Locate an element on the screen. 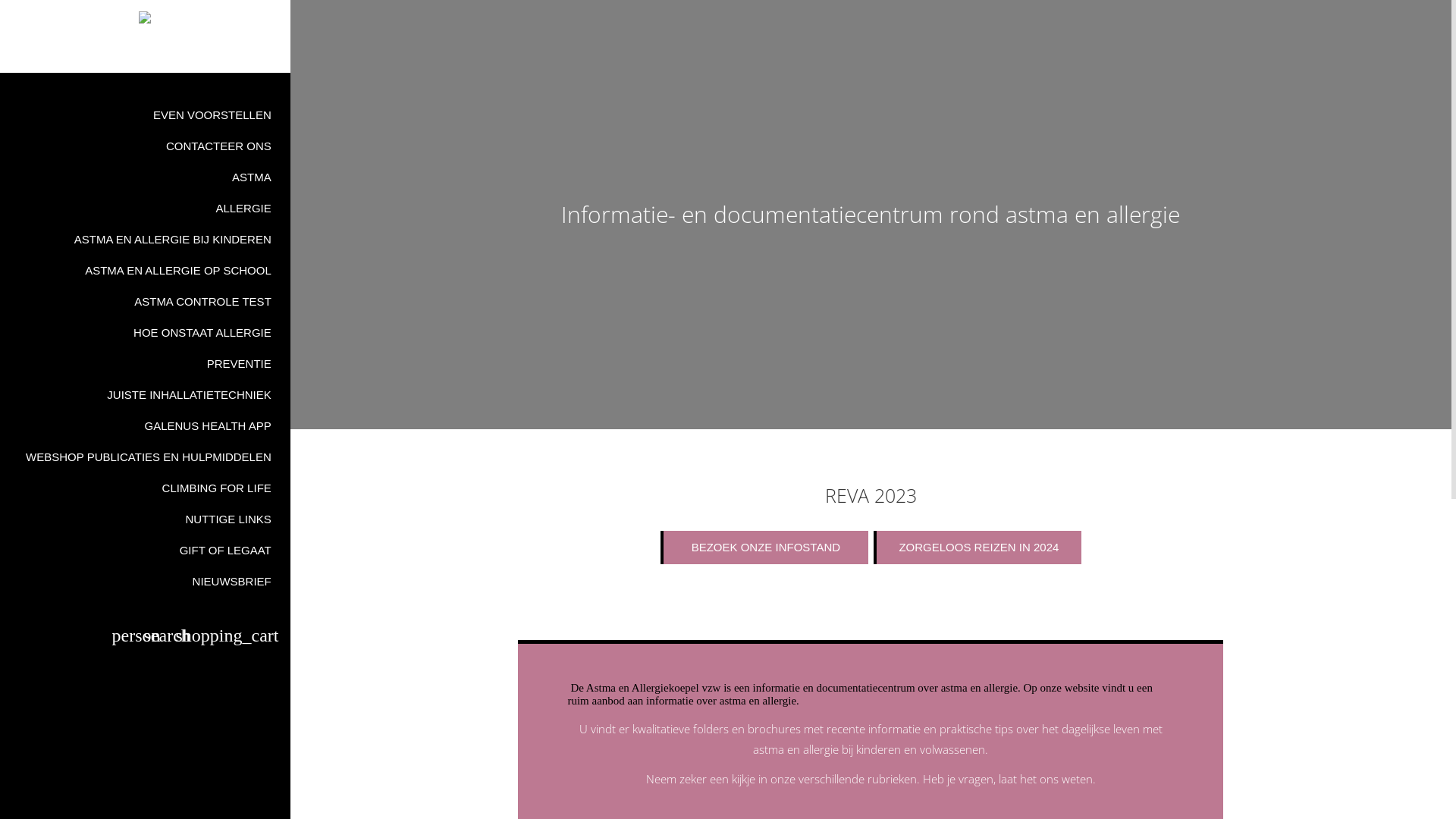 The height and width of the screenshot is (819, 1456). 'WEBSHOP PUBLICATIES EN HULPMIDDELEN' is located at coordinates (145, 456).